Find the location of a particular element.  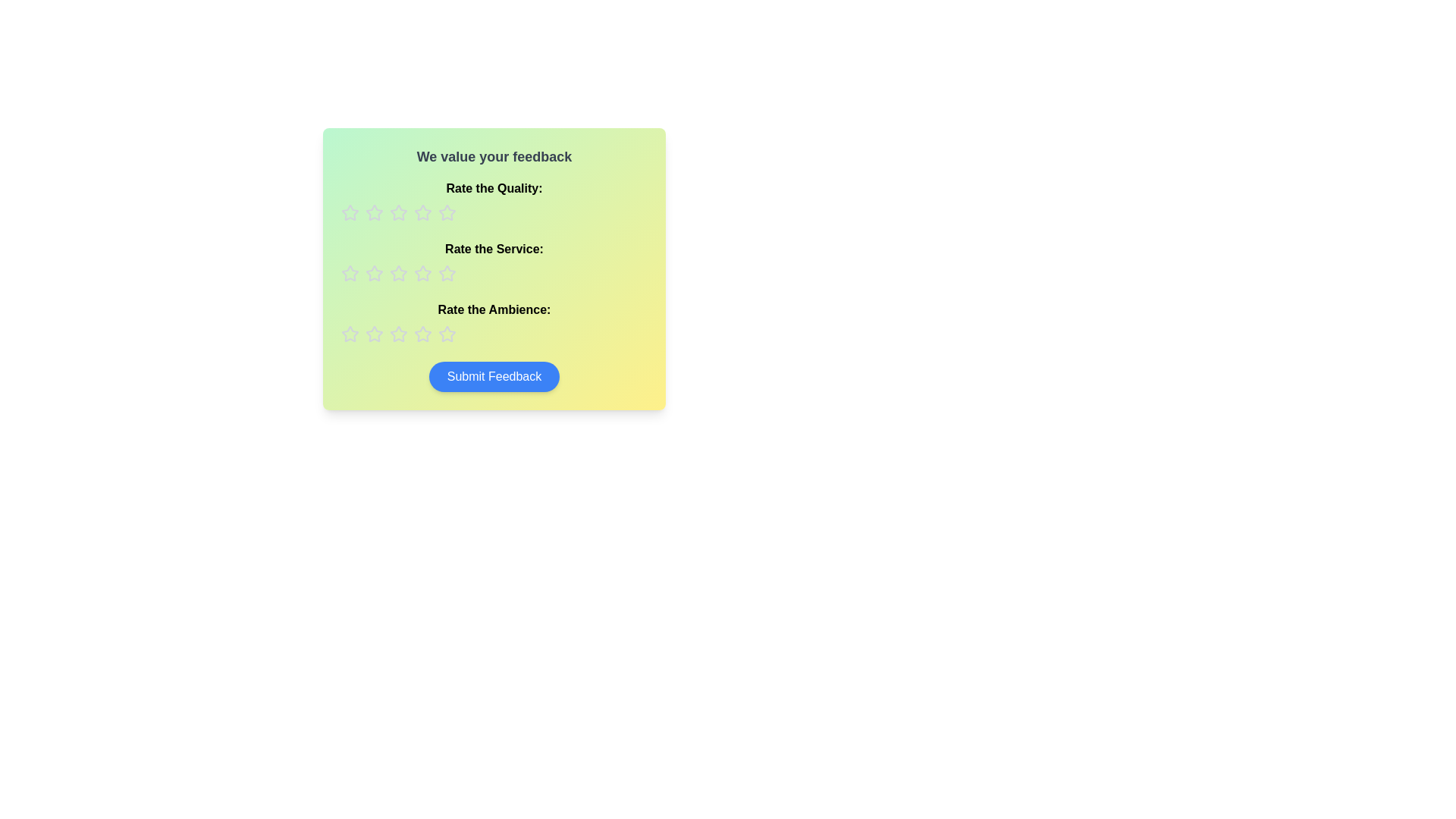

text from the heading labeled 'We value your feedback', which is styled in bold and located at the top of the feedback form is located at coordinates (494, 157).